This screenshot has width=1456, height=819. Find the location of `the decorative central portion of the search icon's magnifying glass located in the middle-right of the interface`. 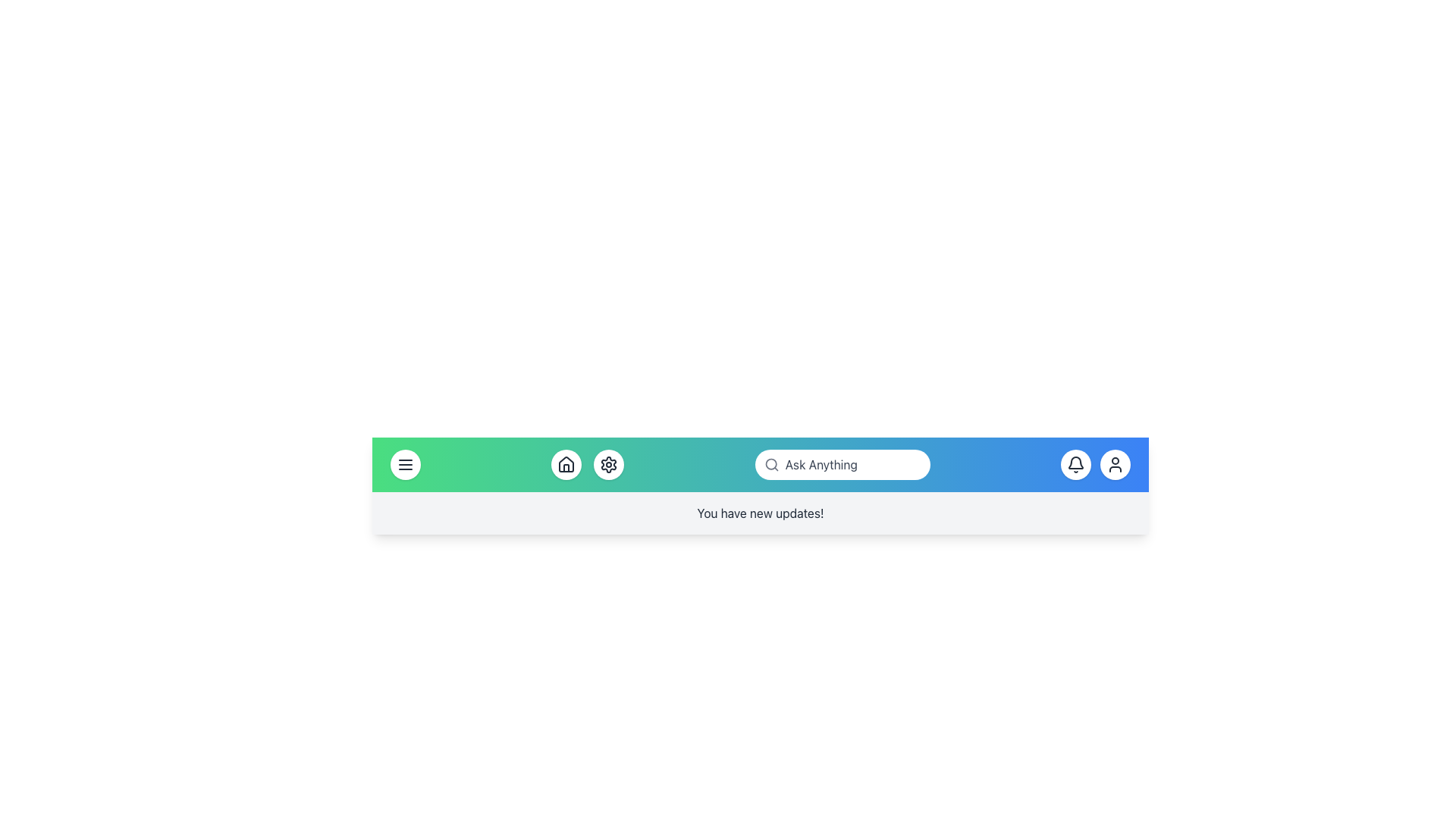

the decorative central portion of the search icon's magnifying glass located in the middle-right of the interface is located at coordinates (770, 463).